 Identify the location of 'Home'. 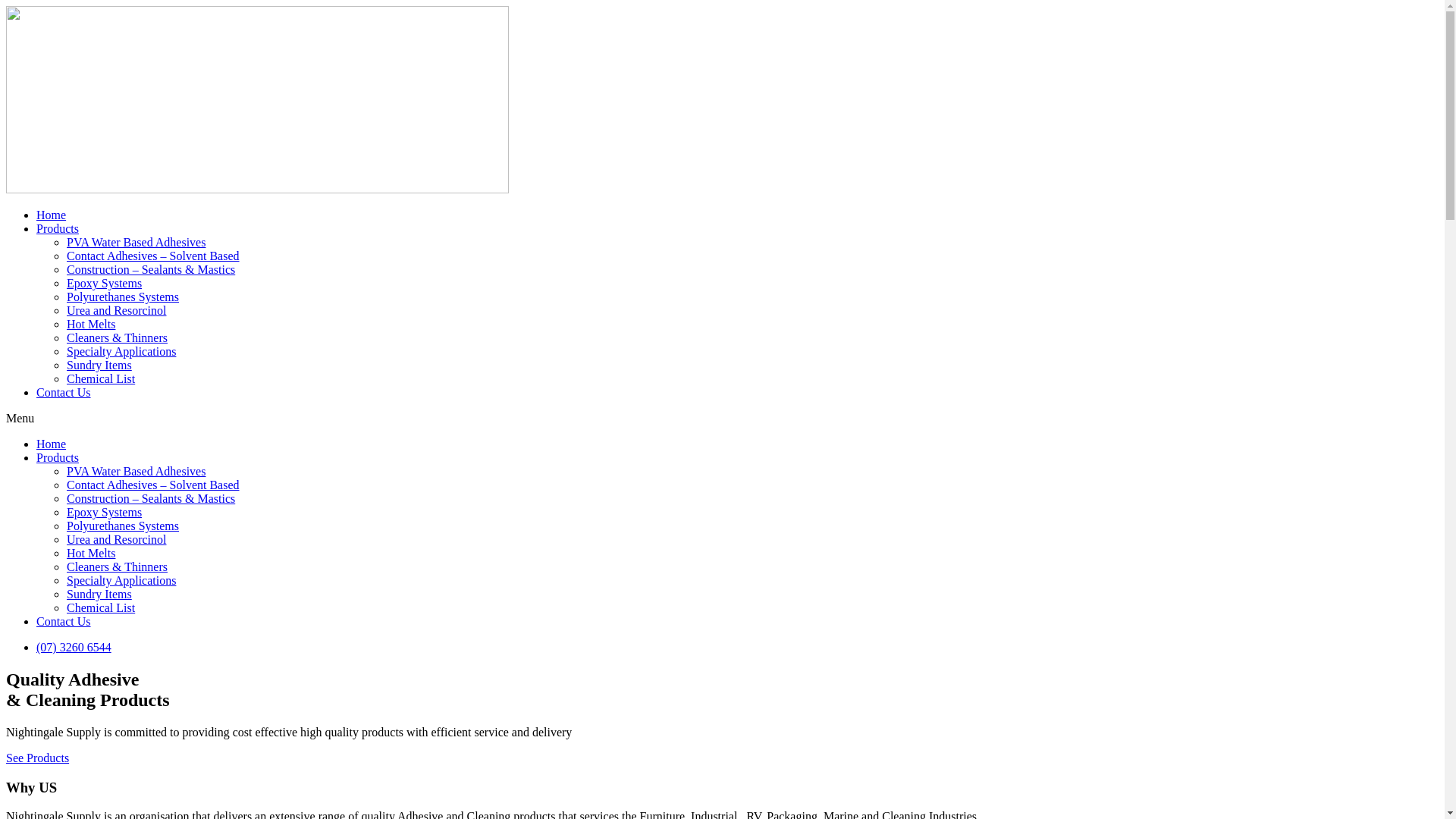
(51, 444).